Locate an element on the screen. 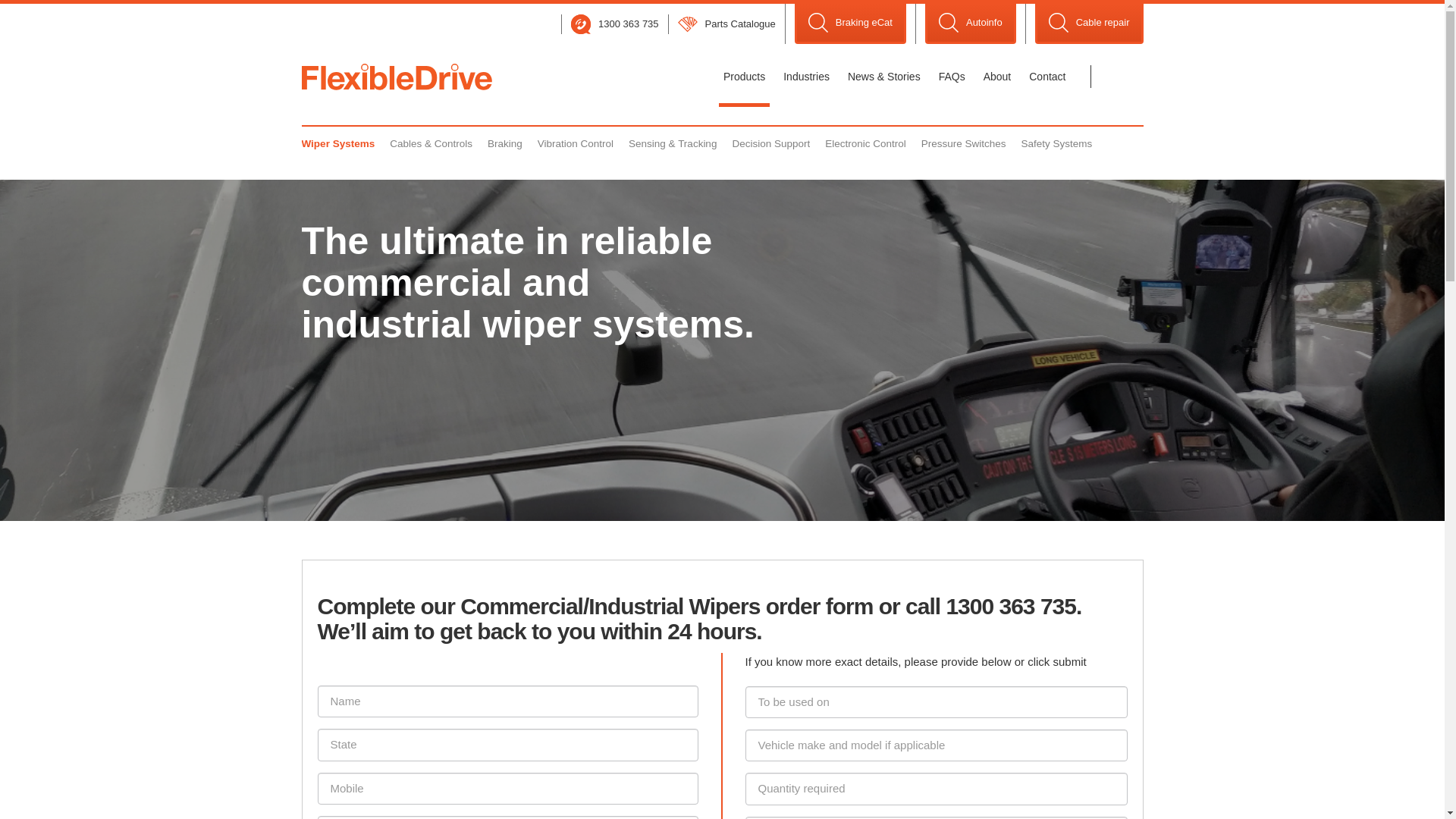 The width and height of the screenshot is (1456, 819). '1300 363 735' is located at coordinates (615, 23).